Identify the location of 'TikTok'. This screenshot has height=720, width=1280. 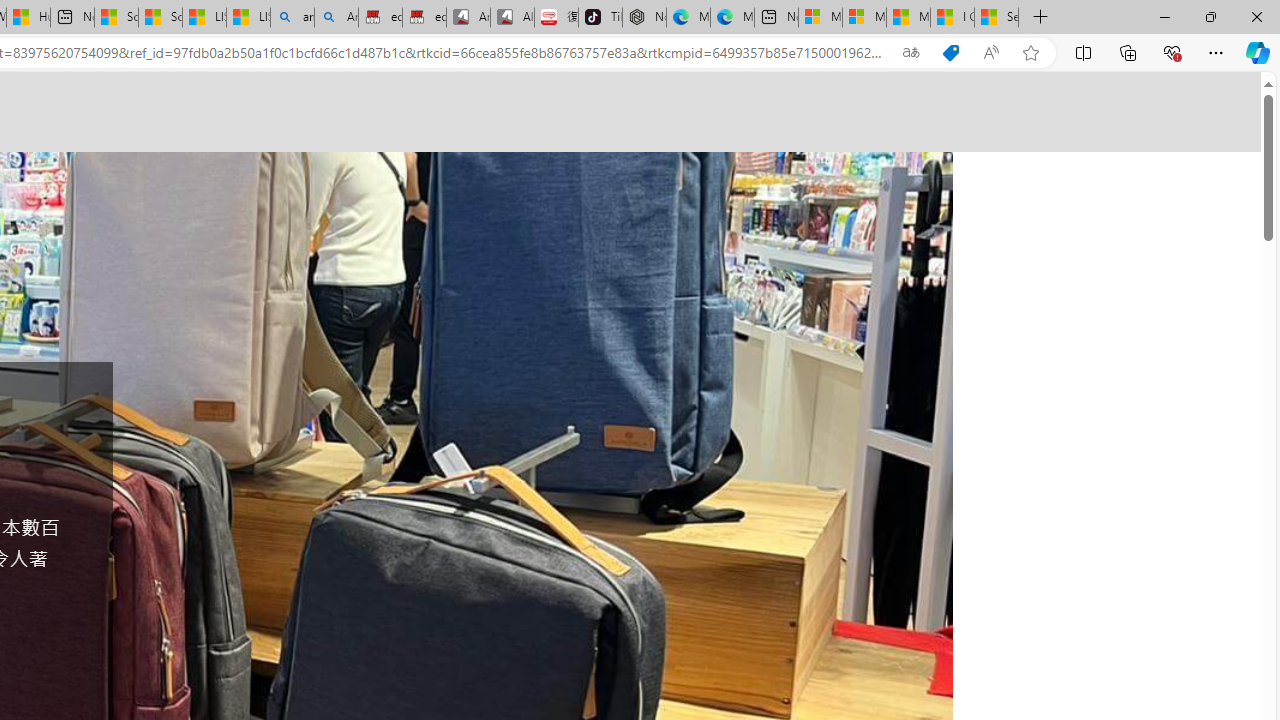
(599, 17).